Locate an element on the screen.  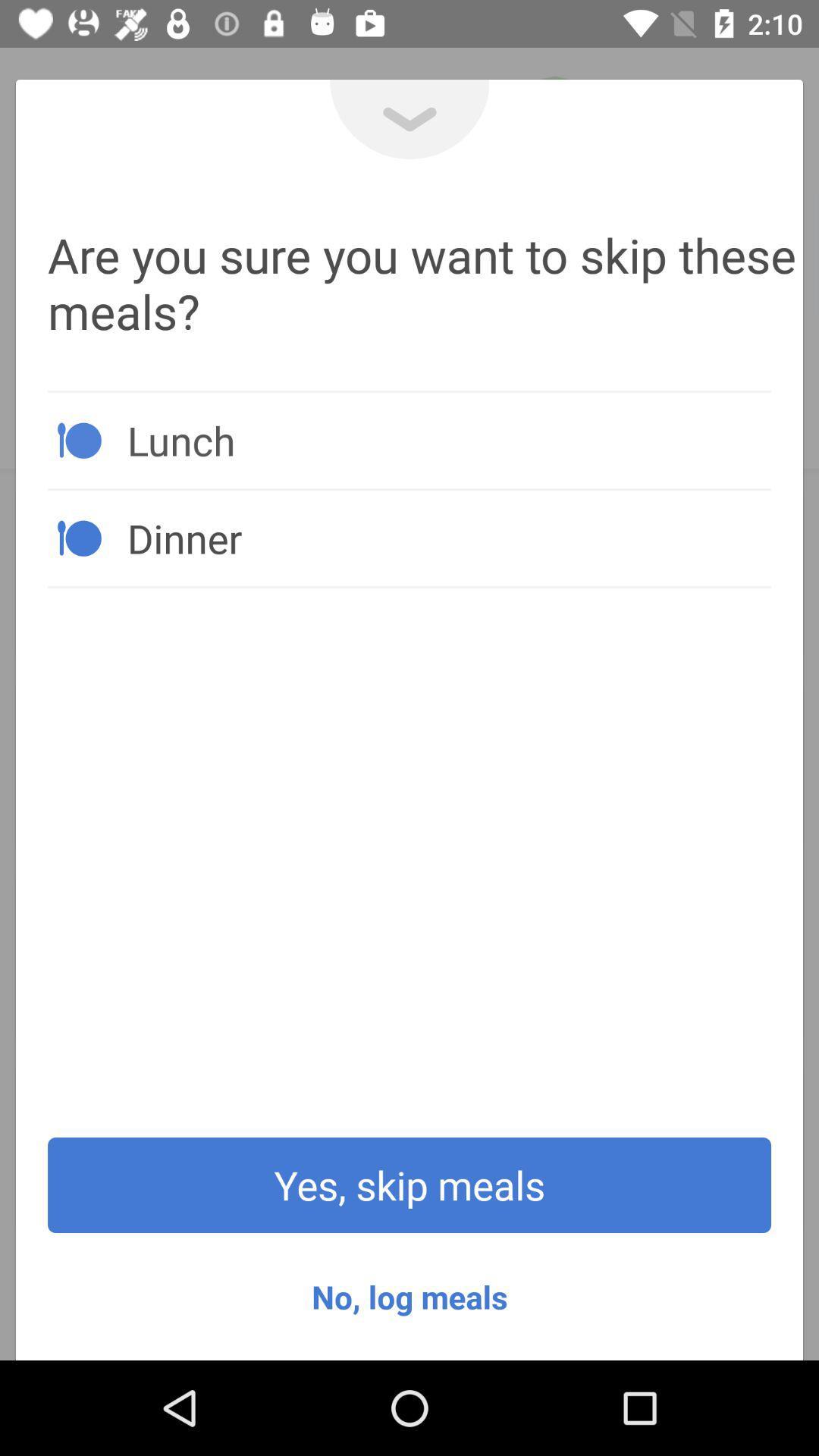
the dinner item is located at coordinates (448, 538).